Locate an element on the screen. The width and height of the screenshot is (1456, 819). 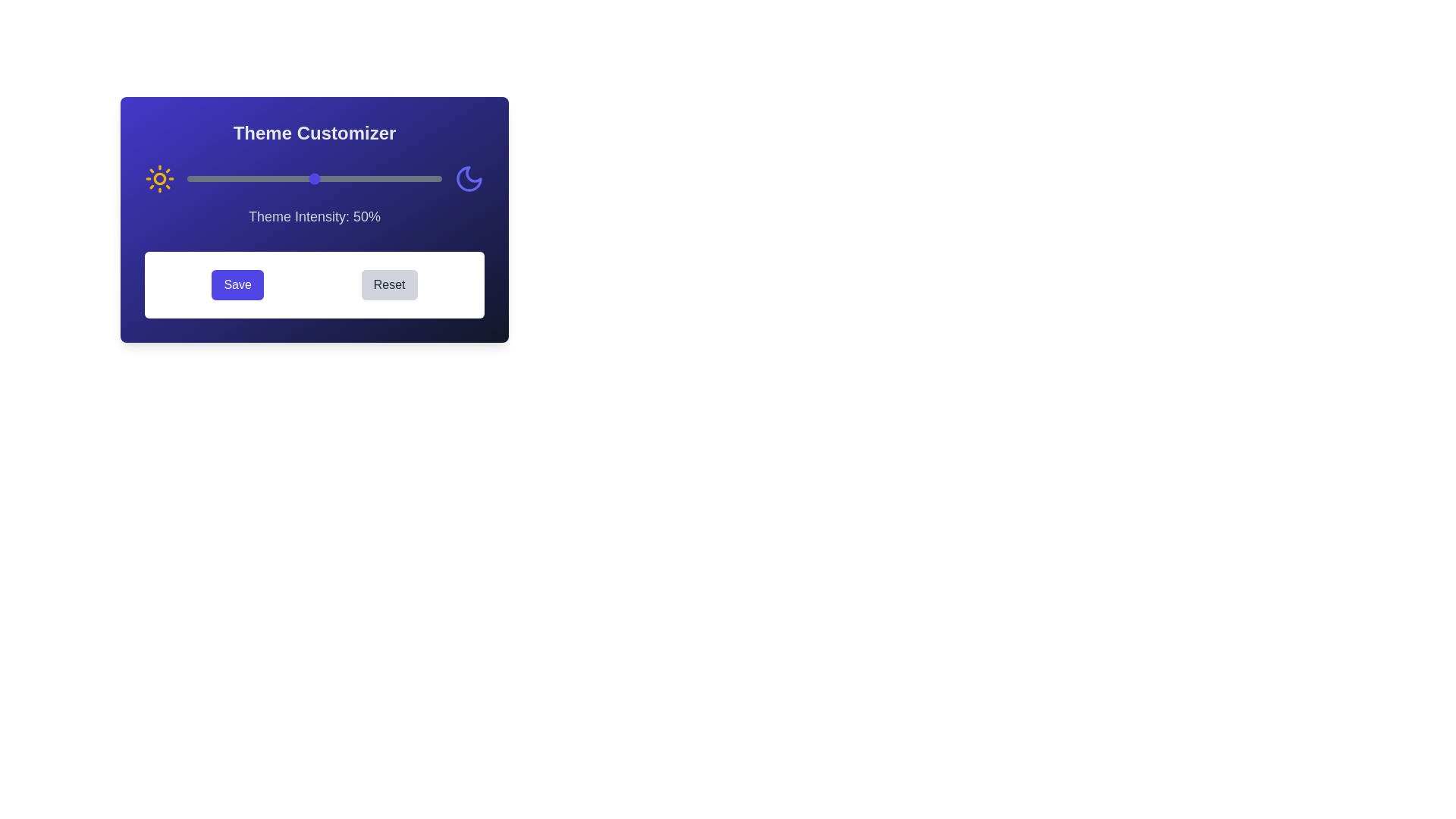
the theme intensity slider to 44% is located at coordinates (299, 177).